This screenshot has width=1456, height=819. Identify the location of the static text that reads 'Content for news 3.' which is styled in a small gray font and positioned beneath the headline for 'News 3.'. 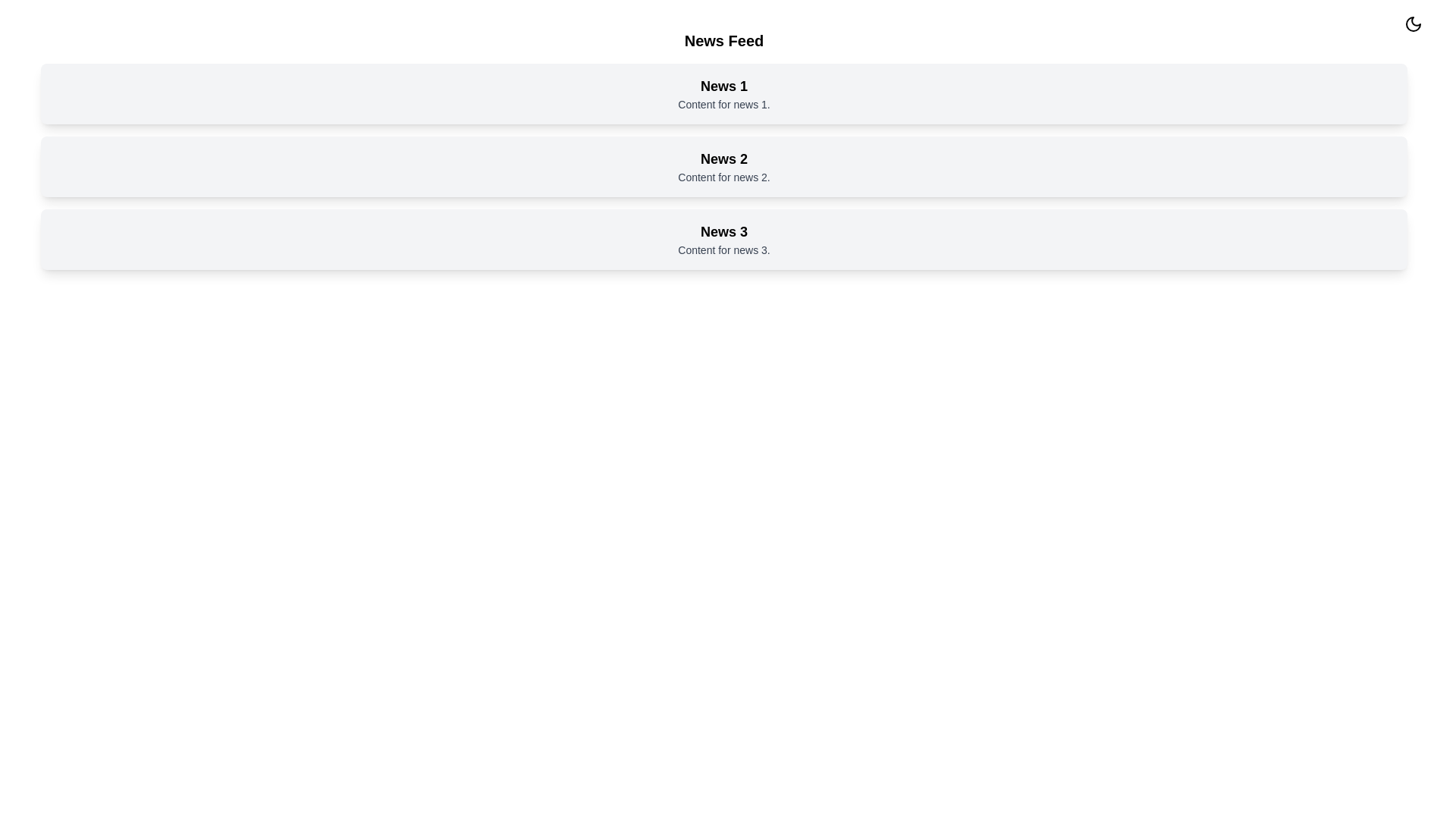
(723, 249).